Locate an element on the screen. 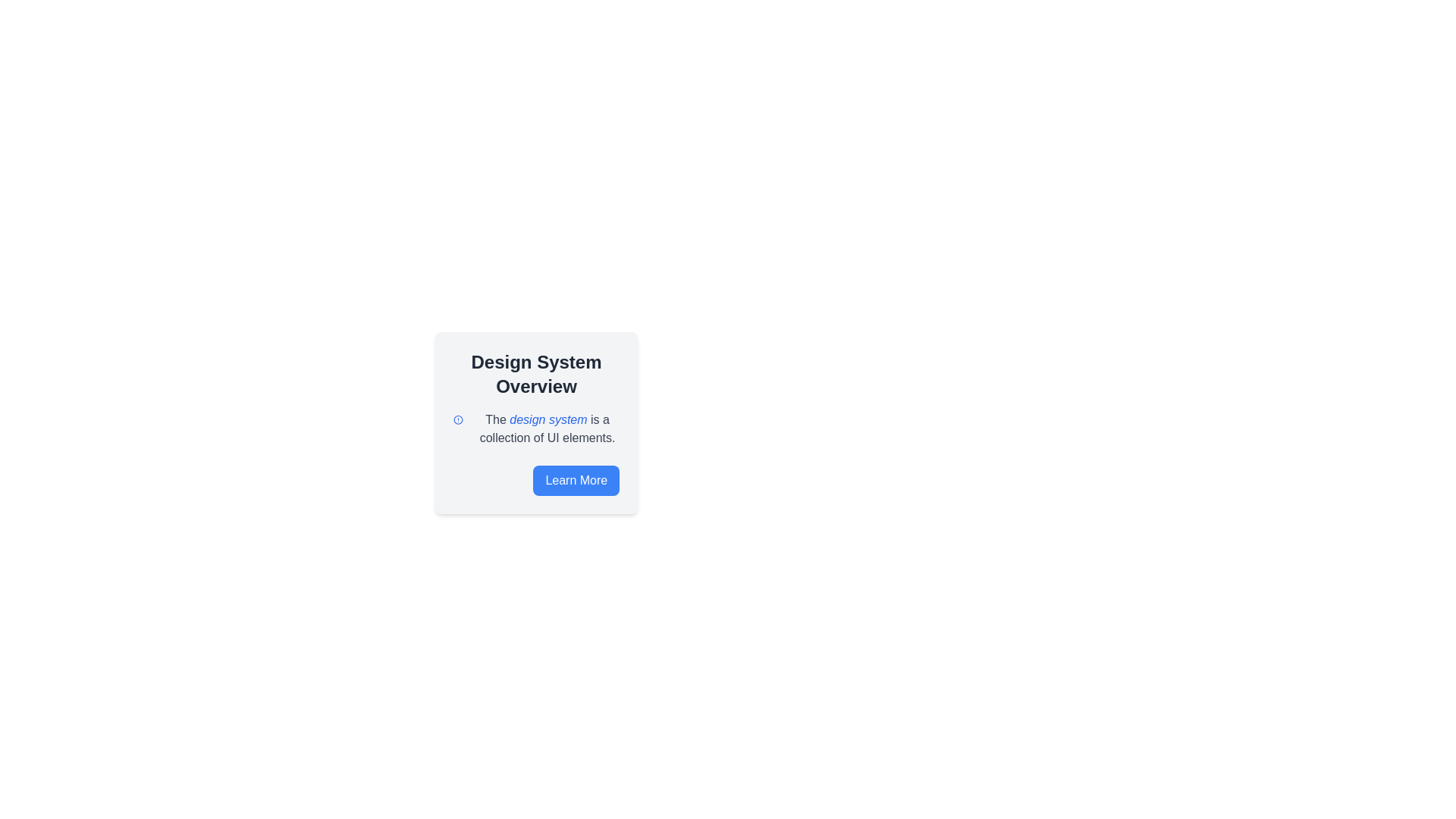 The width and height of the screenshot is (1456, 819). the circular outline of the 'circle-alert' icon to interact with it, as it provides a visual cue in the interface is located at coordinates (457, 420).